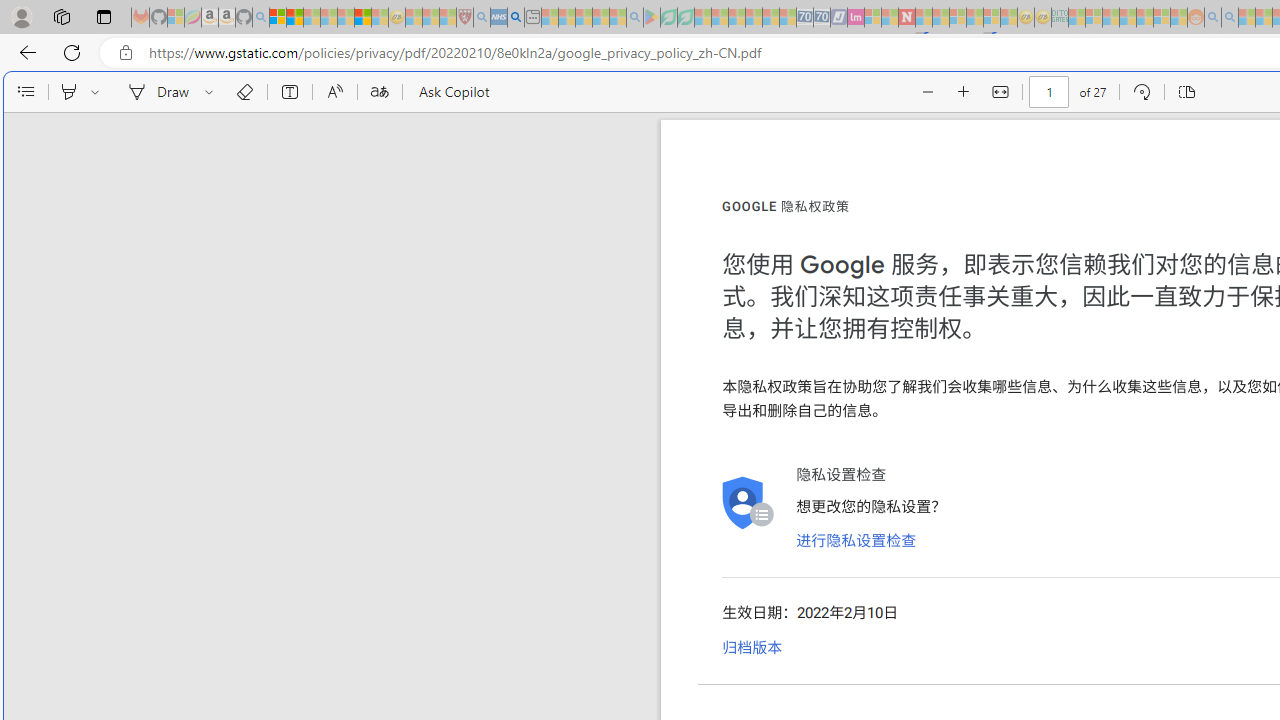  What do you see at coordinates (1092, 17) in the screenshot?
I see `'Microsoft account | Privacy - Sleeping'` at bounding box center [1092, 17].